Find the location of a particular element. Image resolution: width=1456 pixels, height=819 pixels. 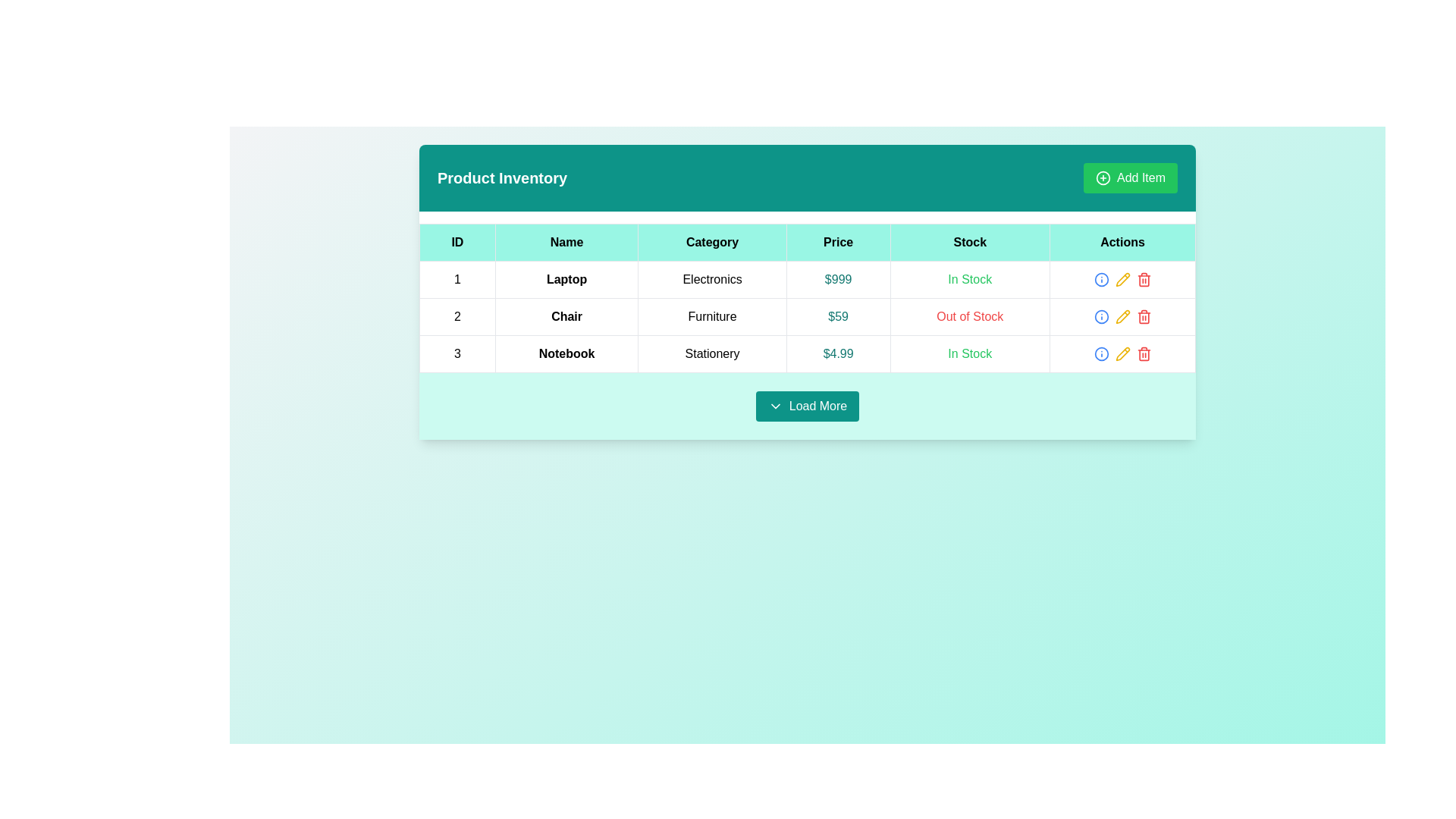

the 'Actions' table header cell, which is the sixth column header is located at coordinates (1122, 242).